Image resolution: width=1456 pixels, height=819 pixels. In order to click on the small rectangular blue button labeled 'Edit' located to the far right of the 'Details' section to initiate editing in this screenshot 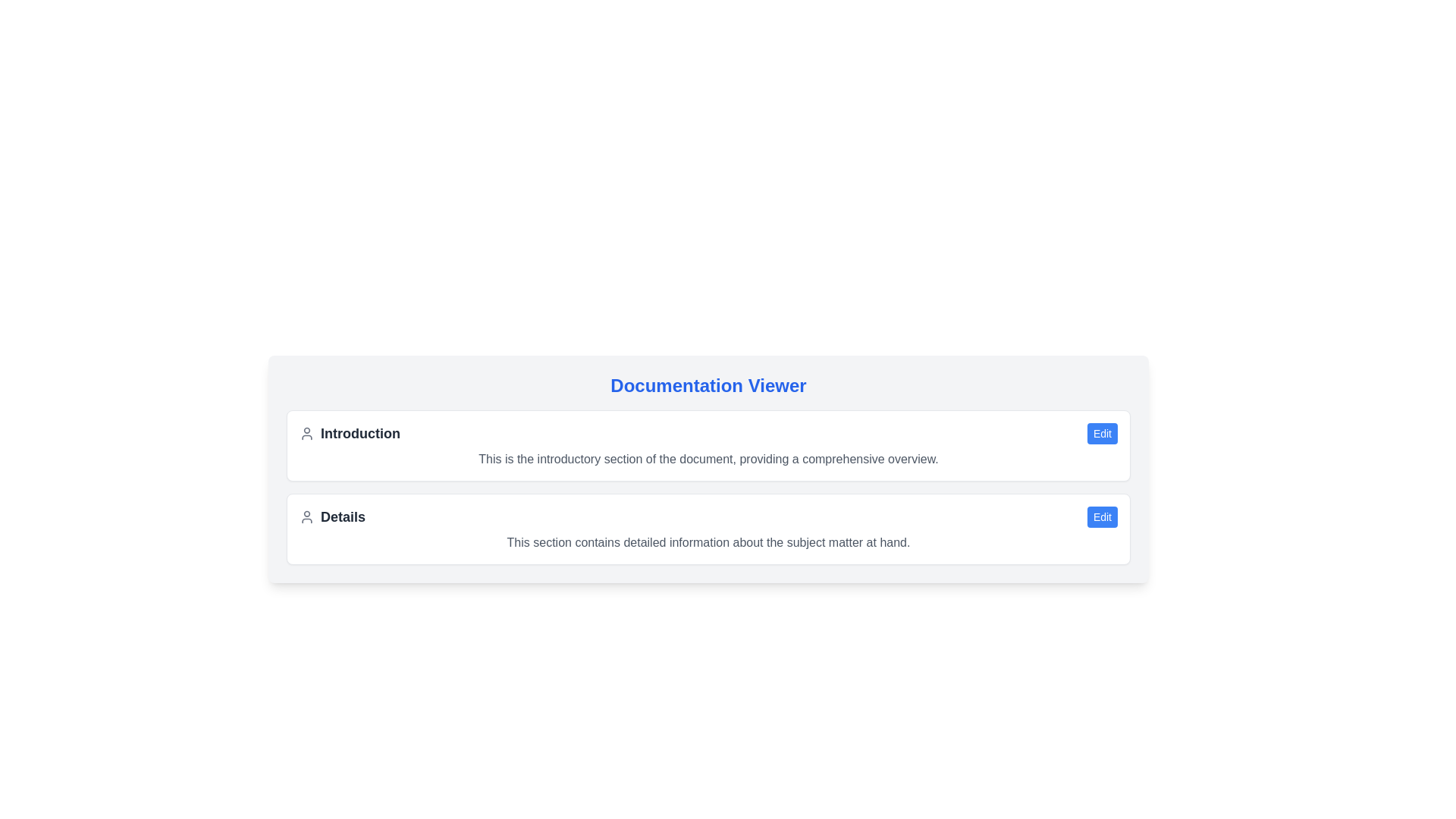, I will do `click(1103, 516)`.